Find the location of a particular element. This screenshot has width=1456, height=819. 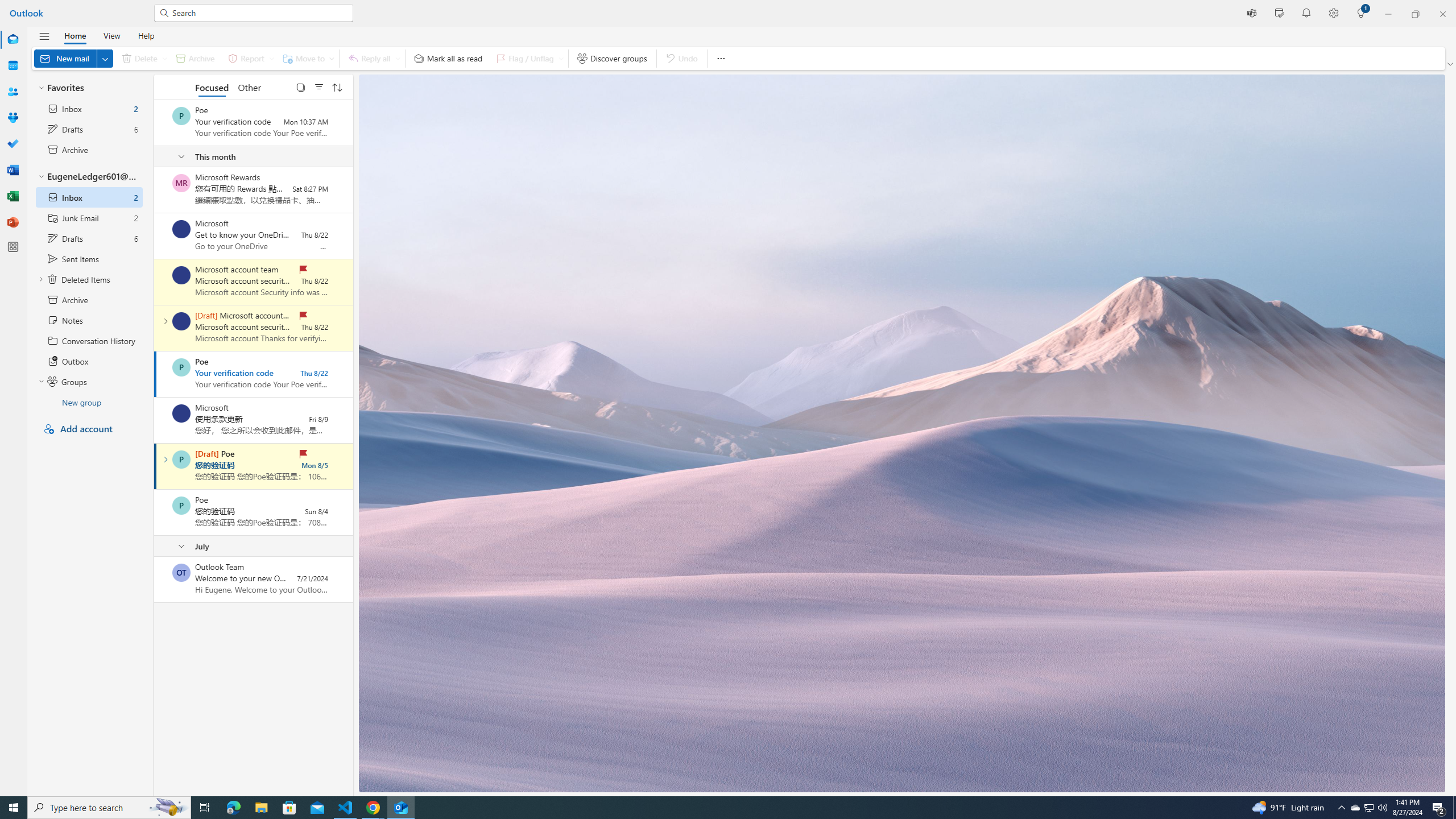

'Excel' is located at coordinates (13, 196).